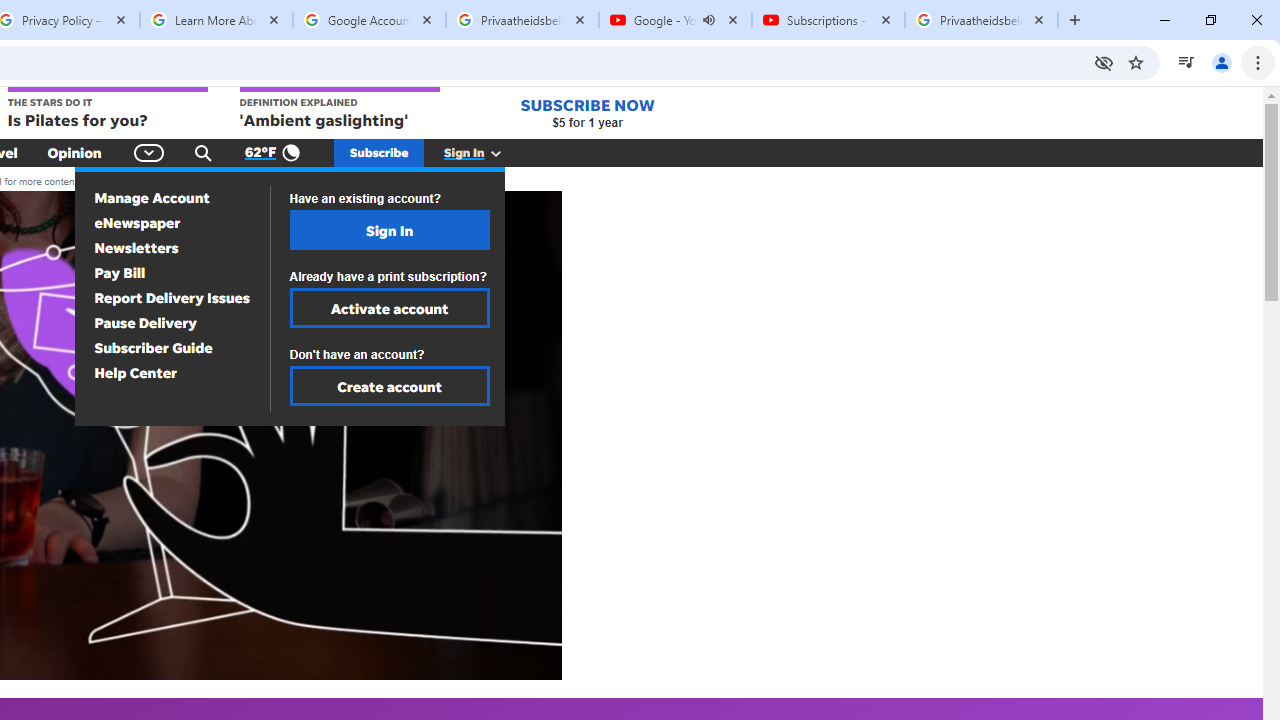 This screenshot has height=720, width=1280. I want to click on 'Create account', so click(389, 385).